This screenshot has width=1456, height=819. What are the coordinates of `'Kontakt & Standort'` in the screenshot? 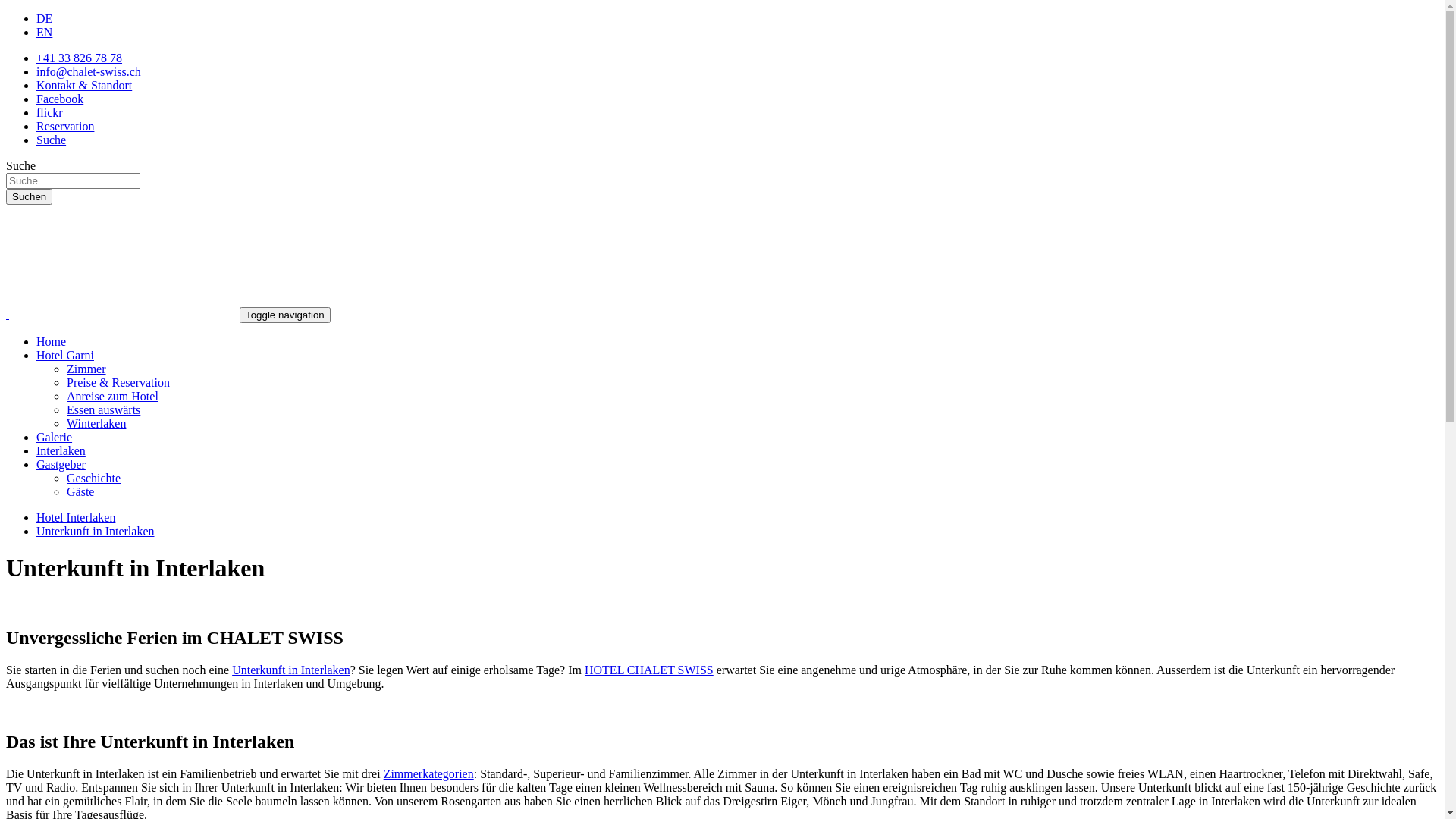 It's located at (83, 85).